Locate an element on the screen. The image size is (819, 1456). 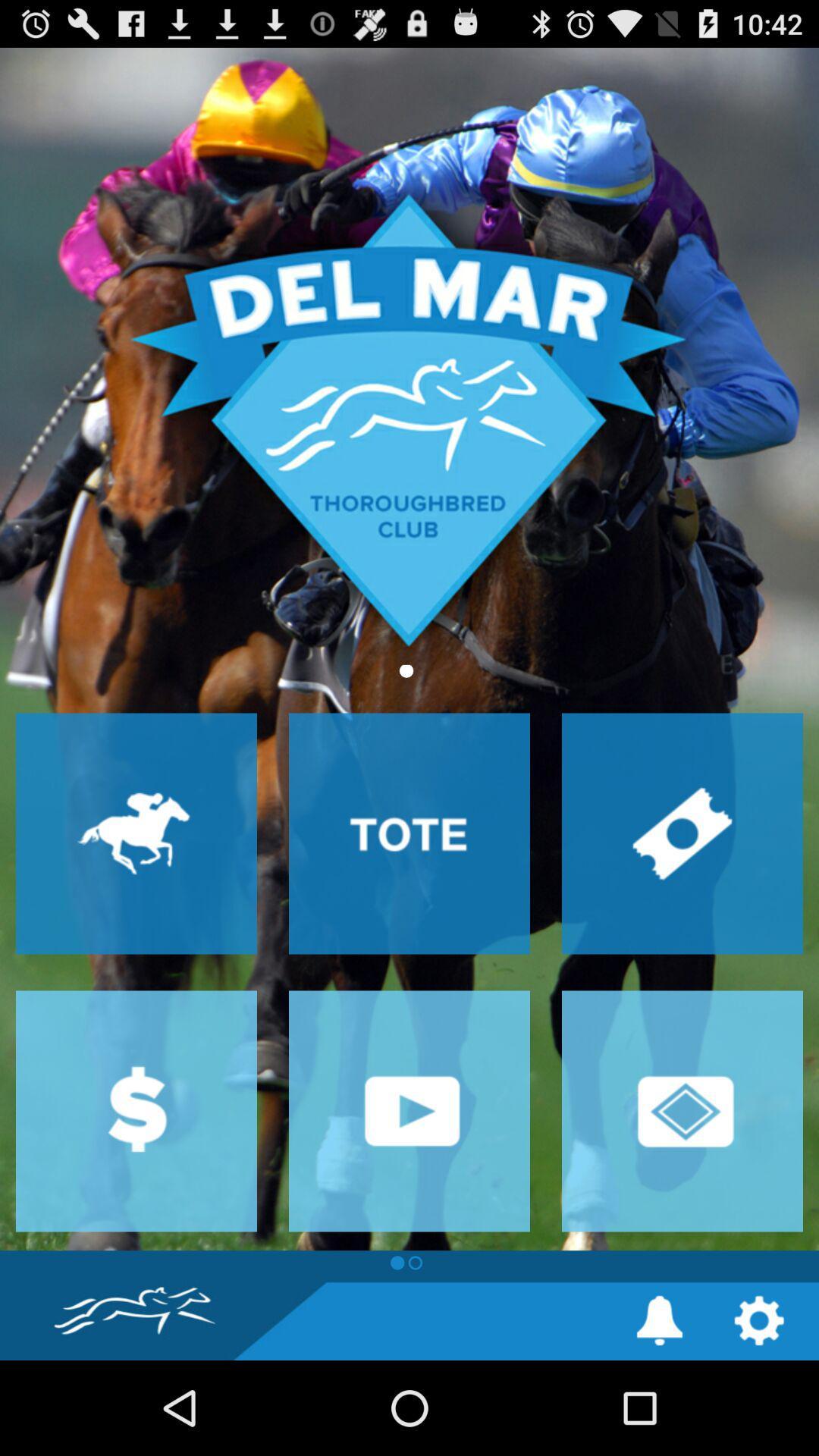
tote is located at coordinates (409, 833).